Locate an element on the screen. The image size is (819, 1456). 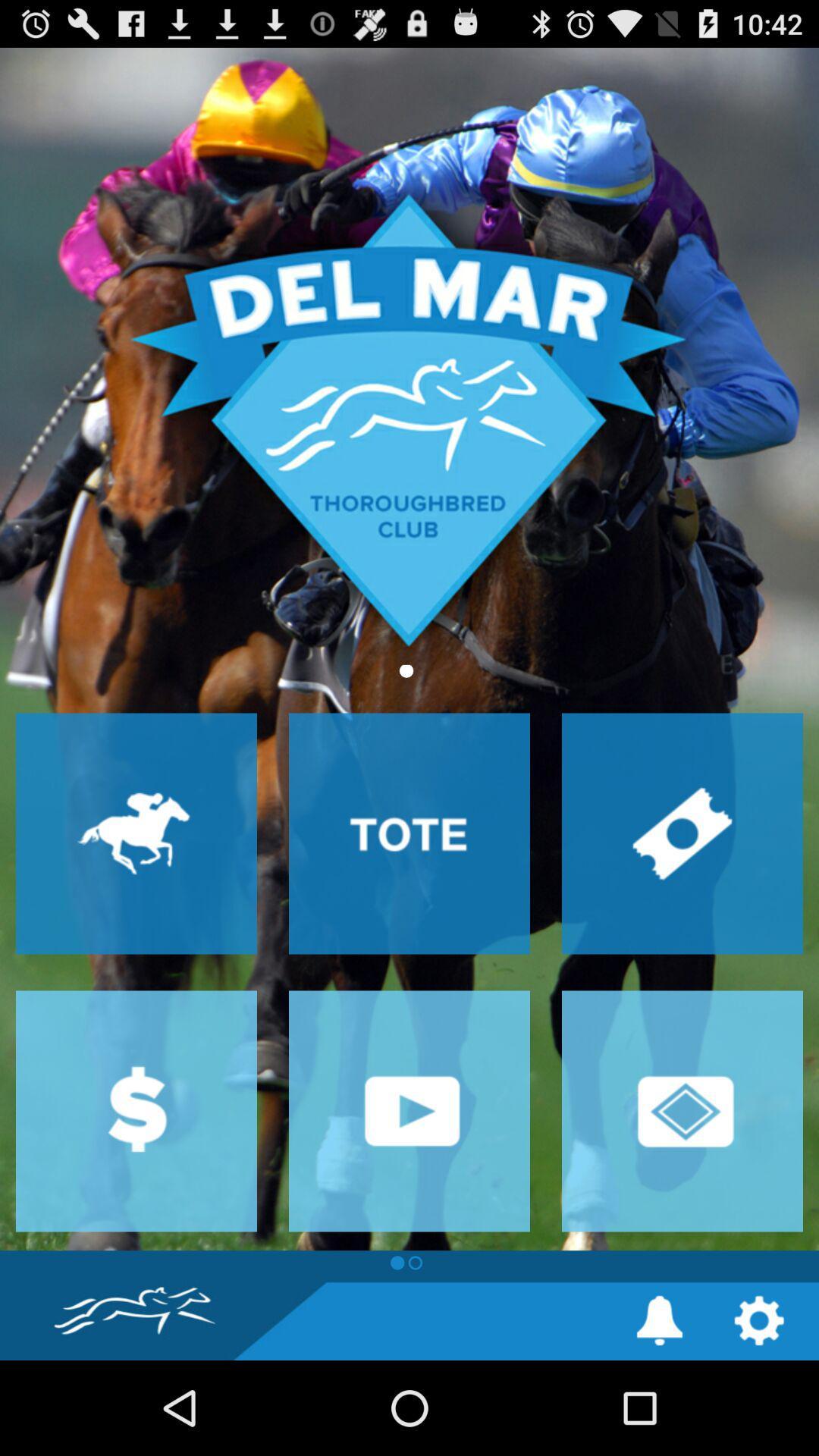
tote is located at coordinates (409, 833).